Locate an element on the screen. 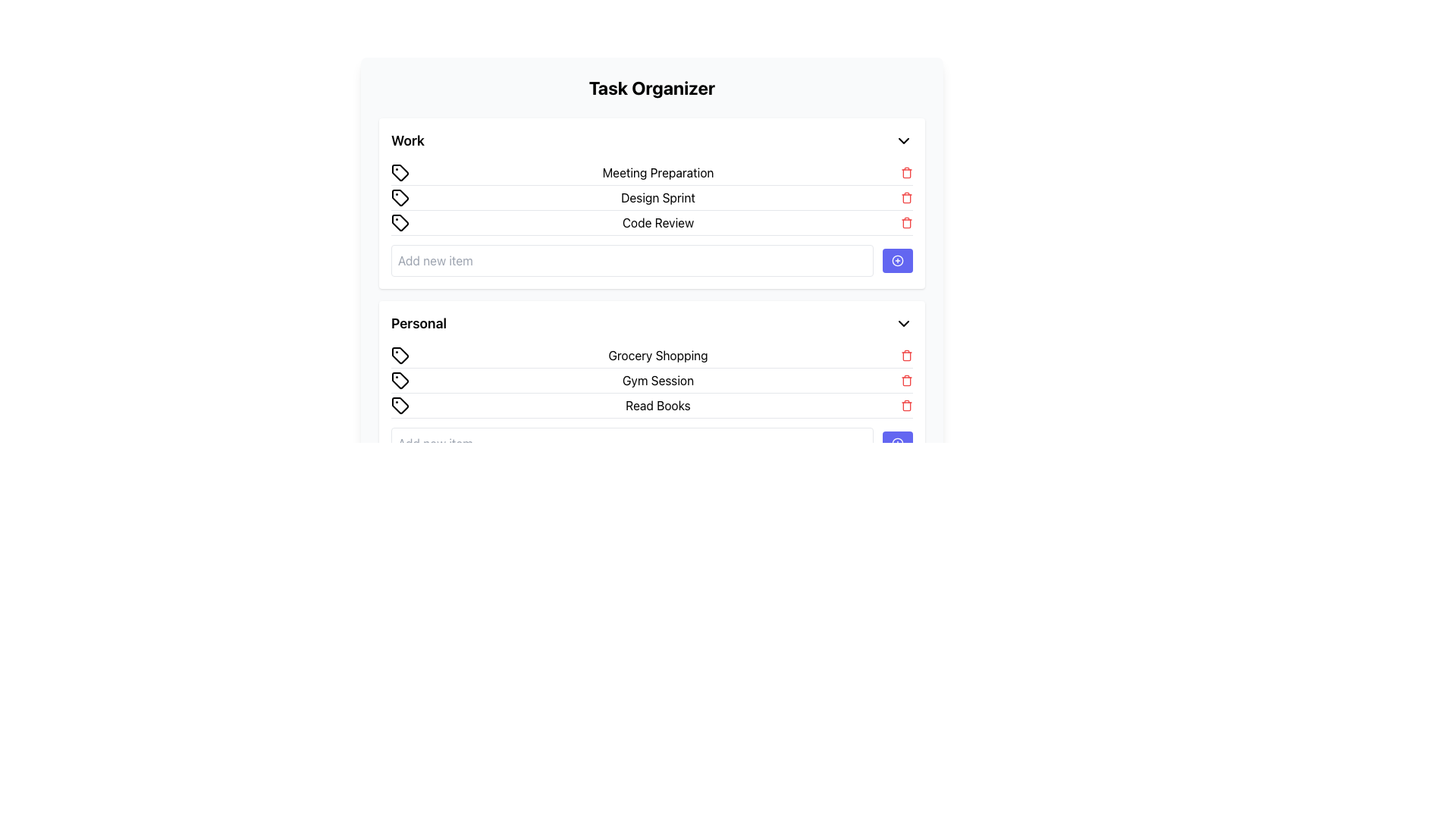 Image resolution: width=1456 pixels, height=819 pixels. and drop the text input field and button in the 'Personal' section of the task management interface is located at coordinates (651, 444).